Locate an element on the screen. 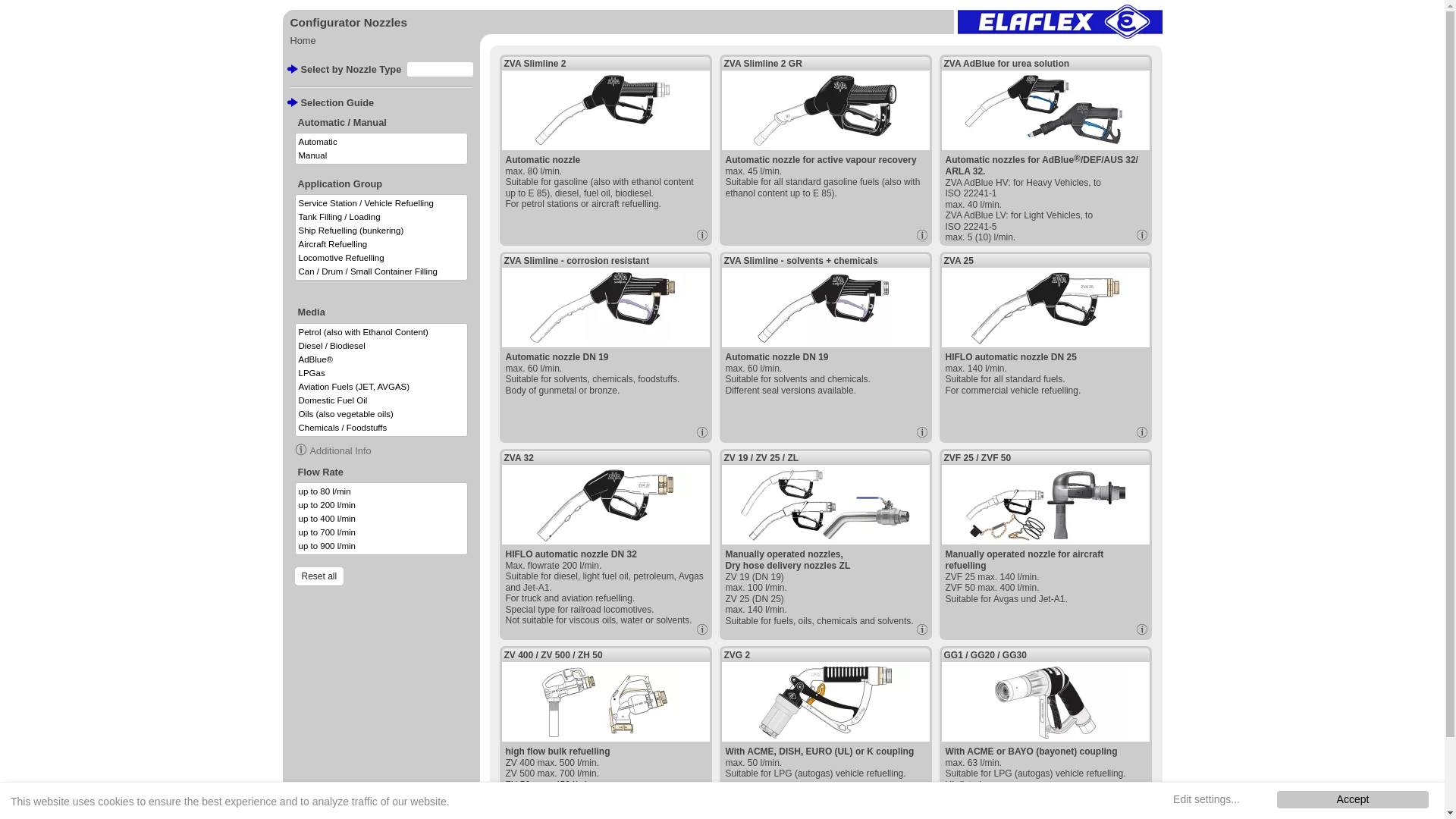  'Can / Drum / Small Container Filling' is located at coordinates (295, 271).